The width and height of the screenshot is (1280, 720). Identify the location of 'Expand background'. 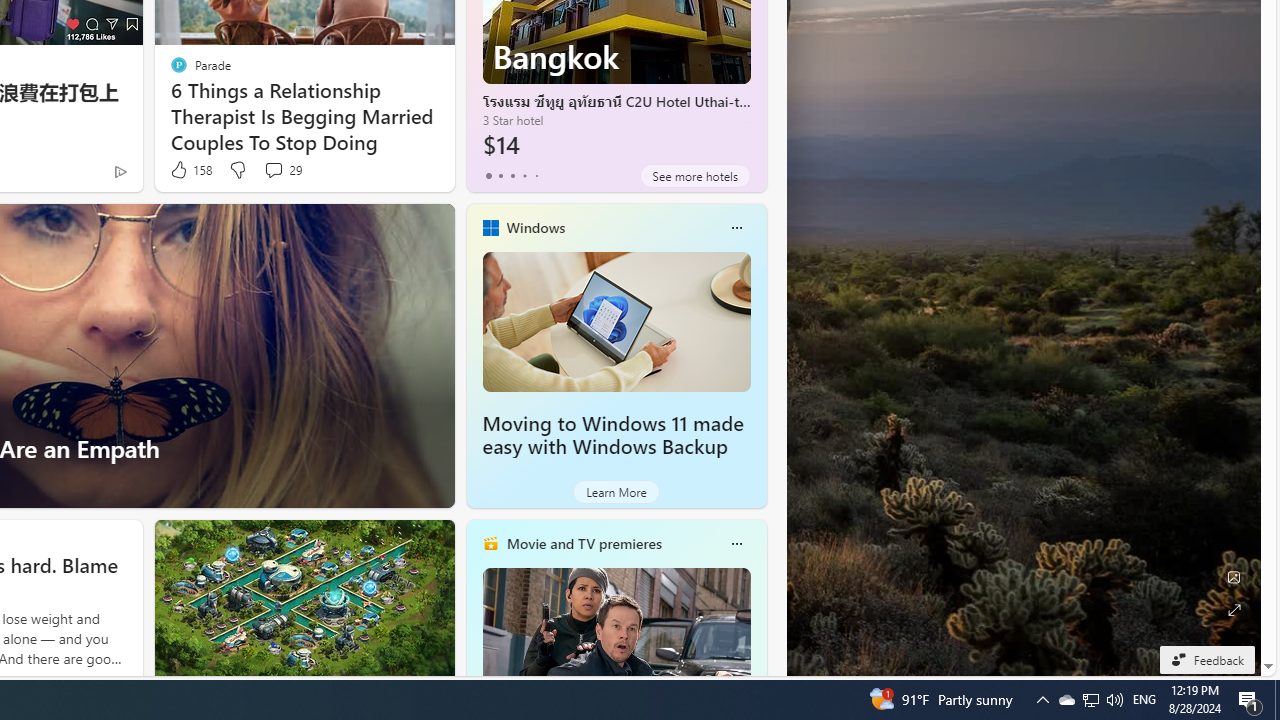
(1232, 609).